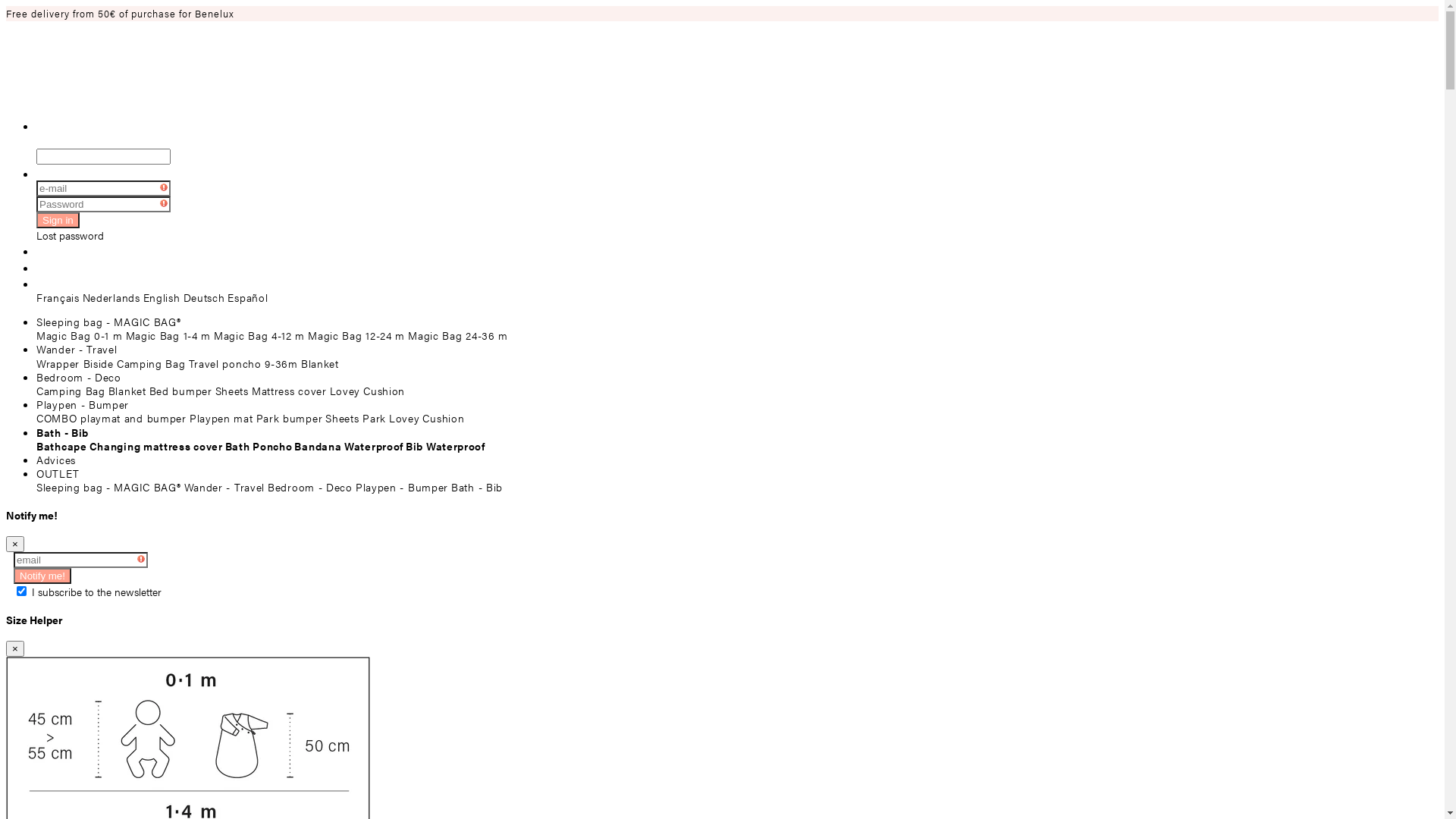 This screenshot has height=819, width=1456. I want to click on 'Travel poncho 9-36m', so click(243, 362).